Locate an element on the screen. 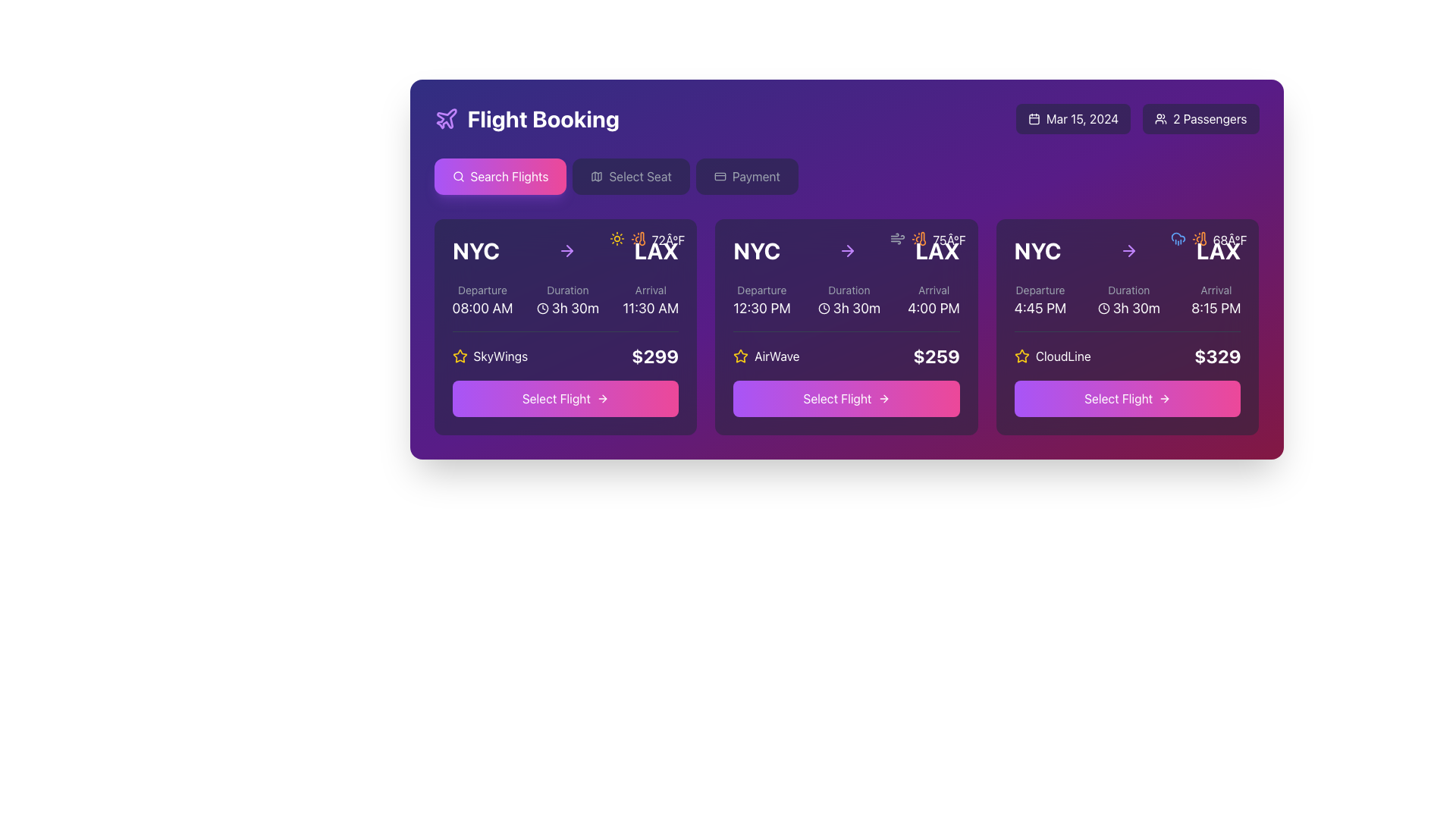 This screenshot has width=1456, height=819. the Search Icon, which resembles a magnifying glass and is part of the 'Search Flights' button located at the top of the interface is located at coordinates (457, 175).